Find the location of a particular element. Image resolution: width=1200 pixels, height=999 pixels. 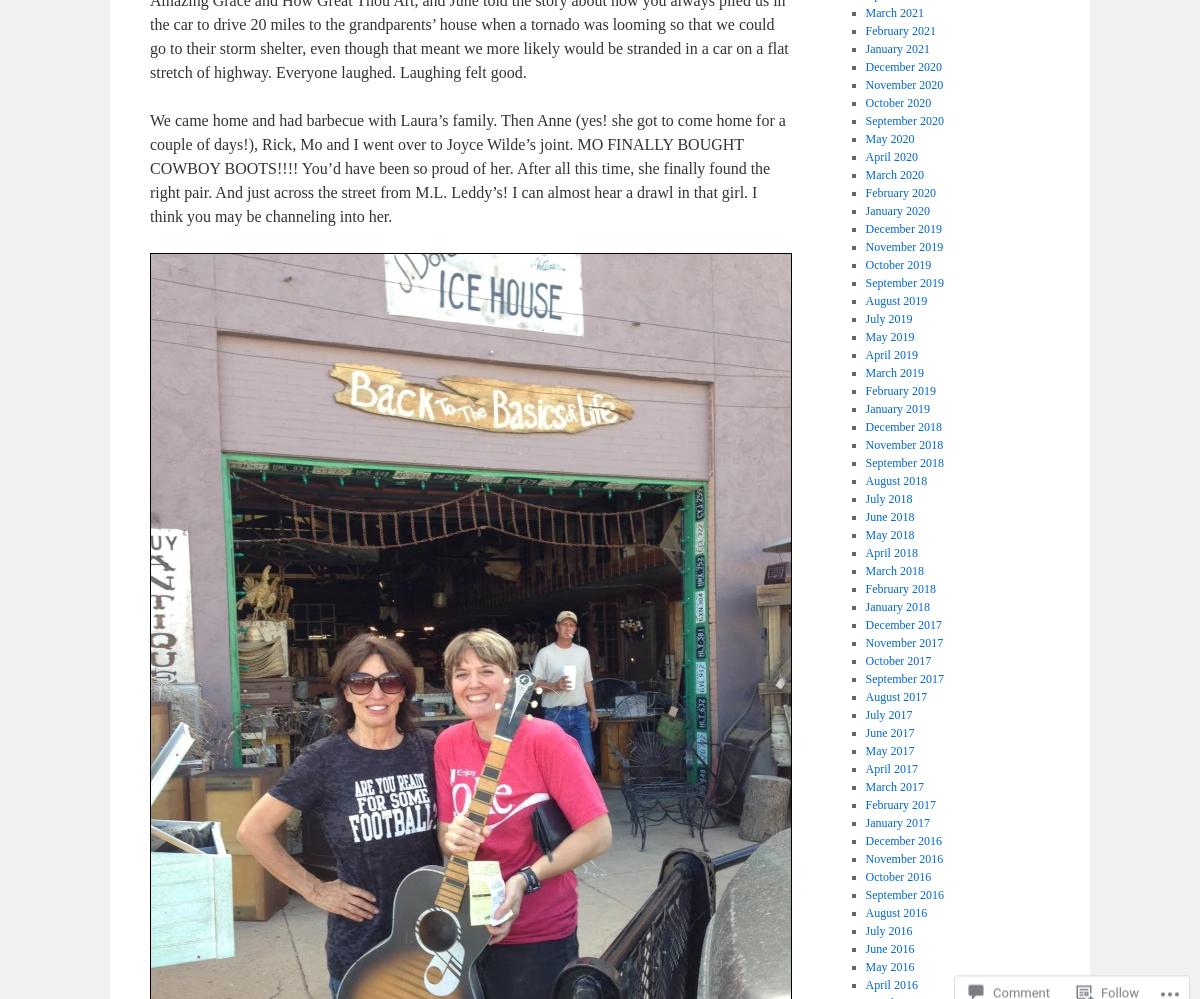

'April 2020' is located at coordinates (863, 157).